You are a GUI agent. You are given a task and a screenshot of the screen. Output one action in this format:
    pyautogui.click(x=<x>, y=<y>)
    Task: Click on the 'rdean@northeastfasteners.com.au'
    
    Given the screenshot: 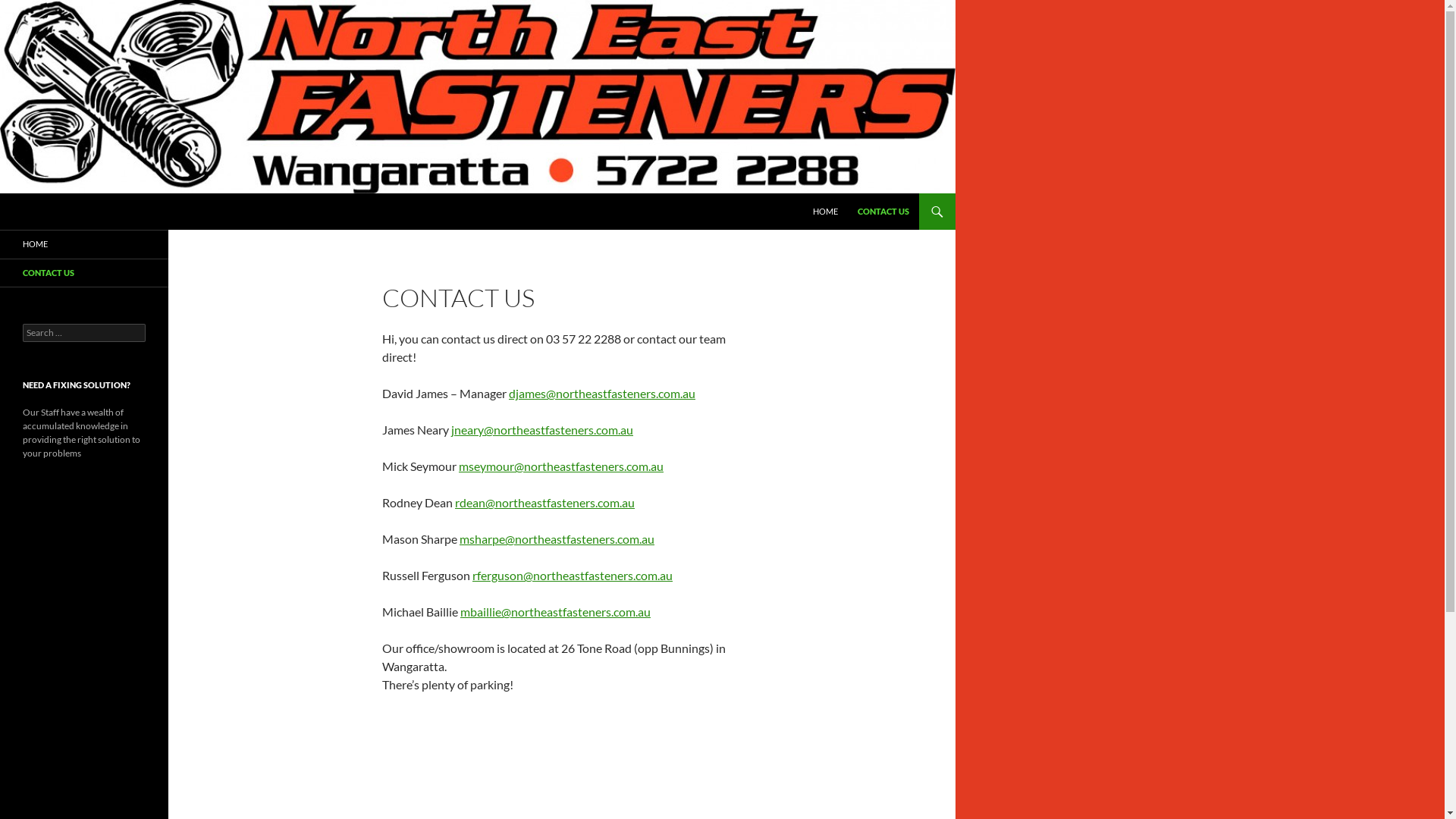 What is the action you would take?
    pyautogui.click(x=544, y=502)
    